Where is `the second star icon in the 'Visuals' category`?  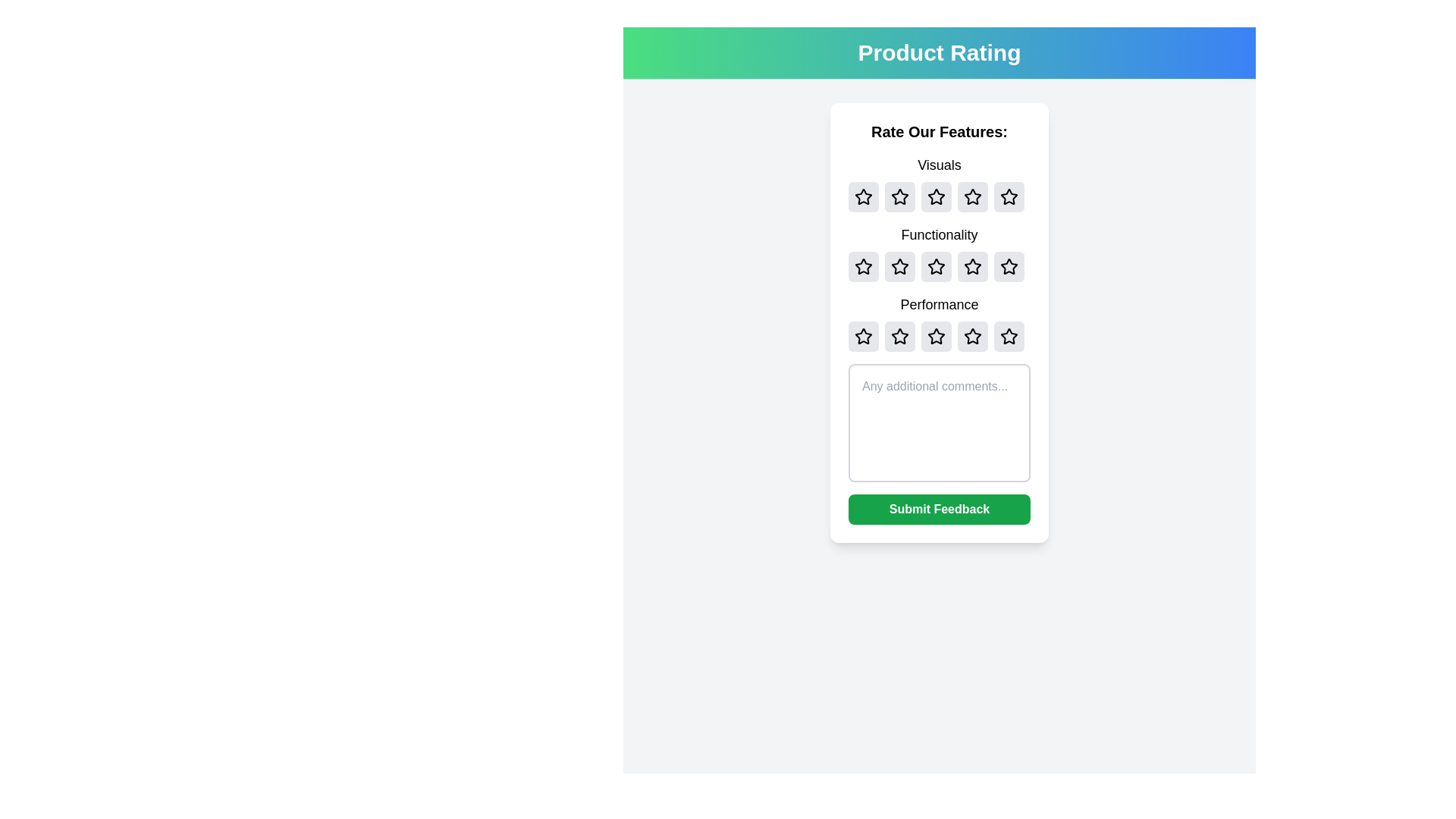
the second star icon in the 'Visuals' category is located at coordinates (934, 195).